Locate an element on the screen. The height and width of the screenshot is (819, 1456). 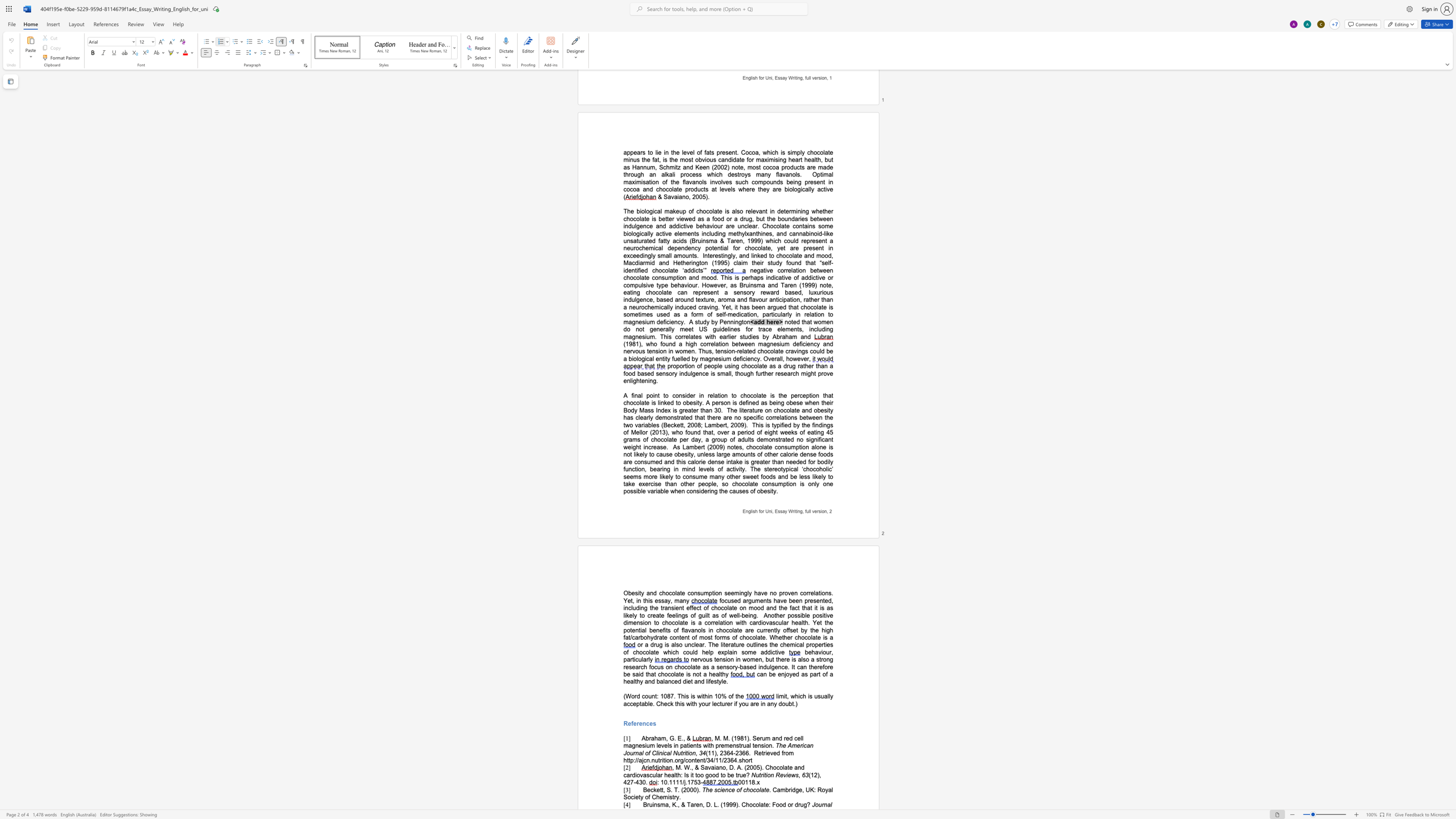
the space between the continuous character "(" and "2" in the text is located at coordinates (683, 790).